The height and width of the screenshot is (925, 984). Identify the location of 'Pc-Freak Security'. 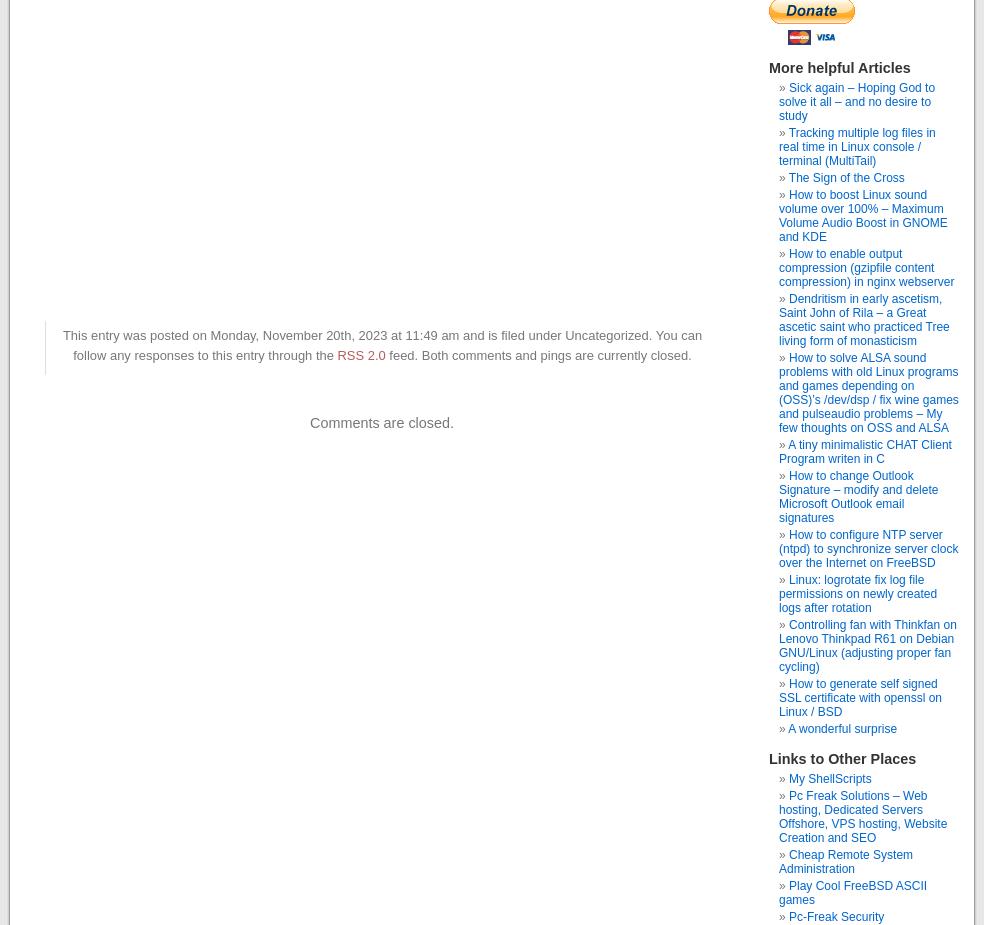
(835, 917).